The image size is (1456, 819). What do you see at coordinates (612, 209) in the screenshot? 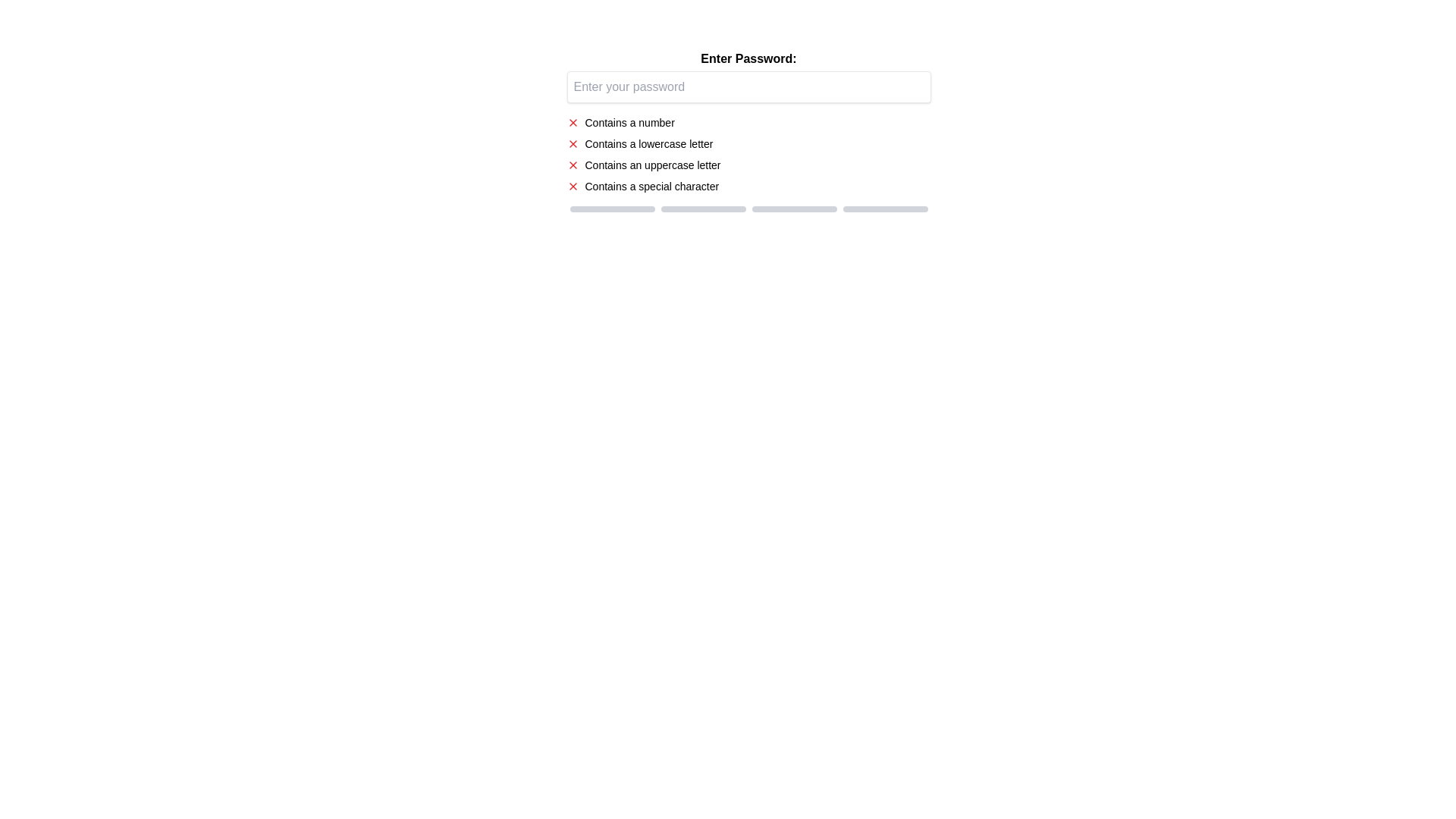
I see `the first progress bar at the bottom of the interface, which is a small horizontal rectangular bar with a light gray color, positioned leftmost among four similar bars` at bounding box center [612, 209].